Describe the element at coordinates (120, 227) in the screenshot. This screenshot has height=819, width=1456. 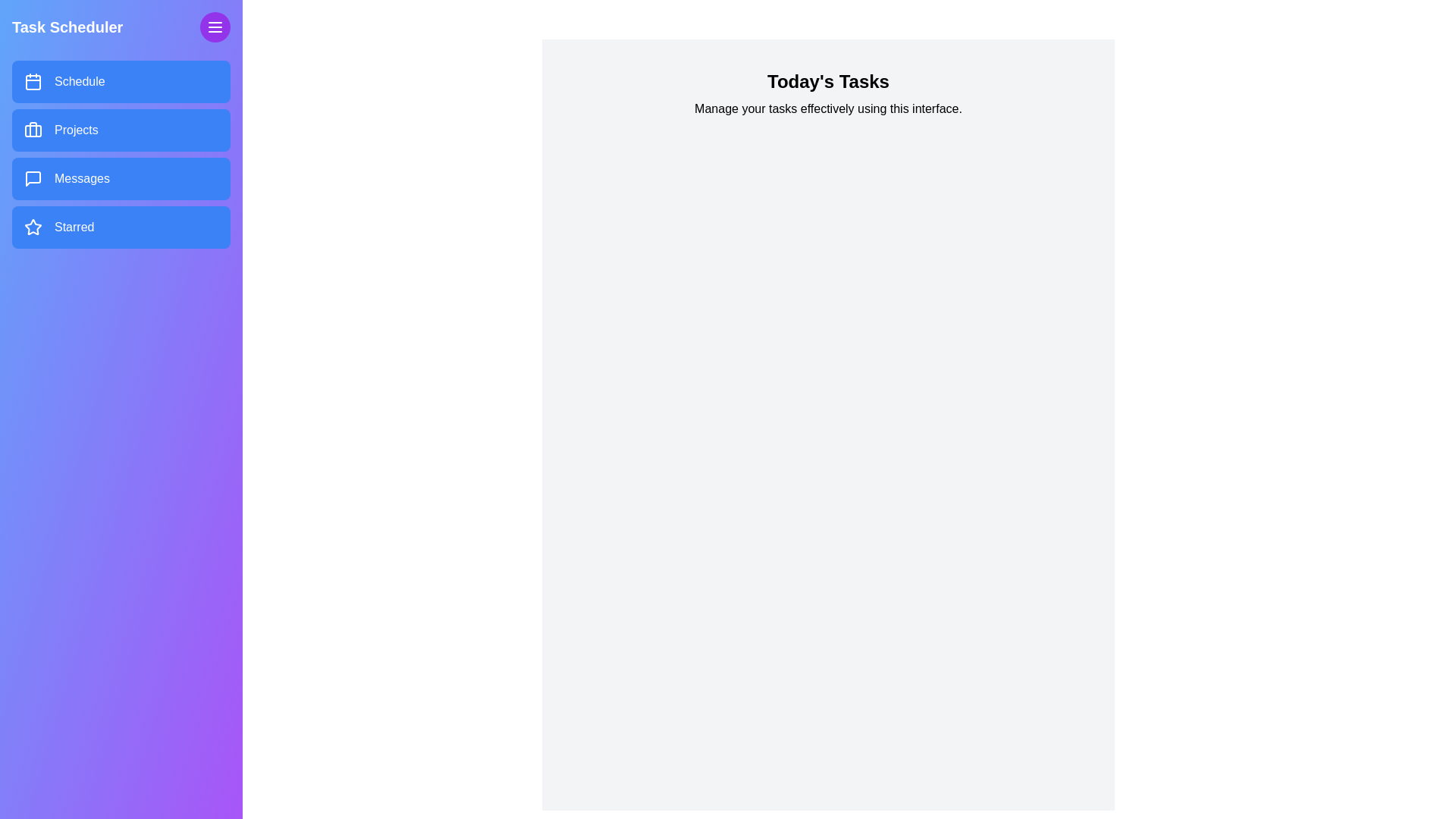
I see `the menu item labeled Starred` at that location.